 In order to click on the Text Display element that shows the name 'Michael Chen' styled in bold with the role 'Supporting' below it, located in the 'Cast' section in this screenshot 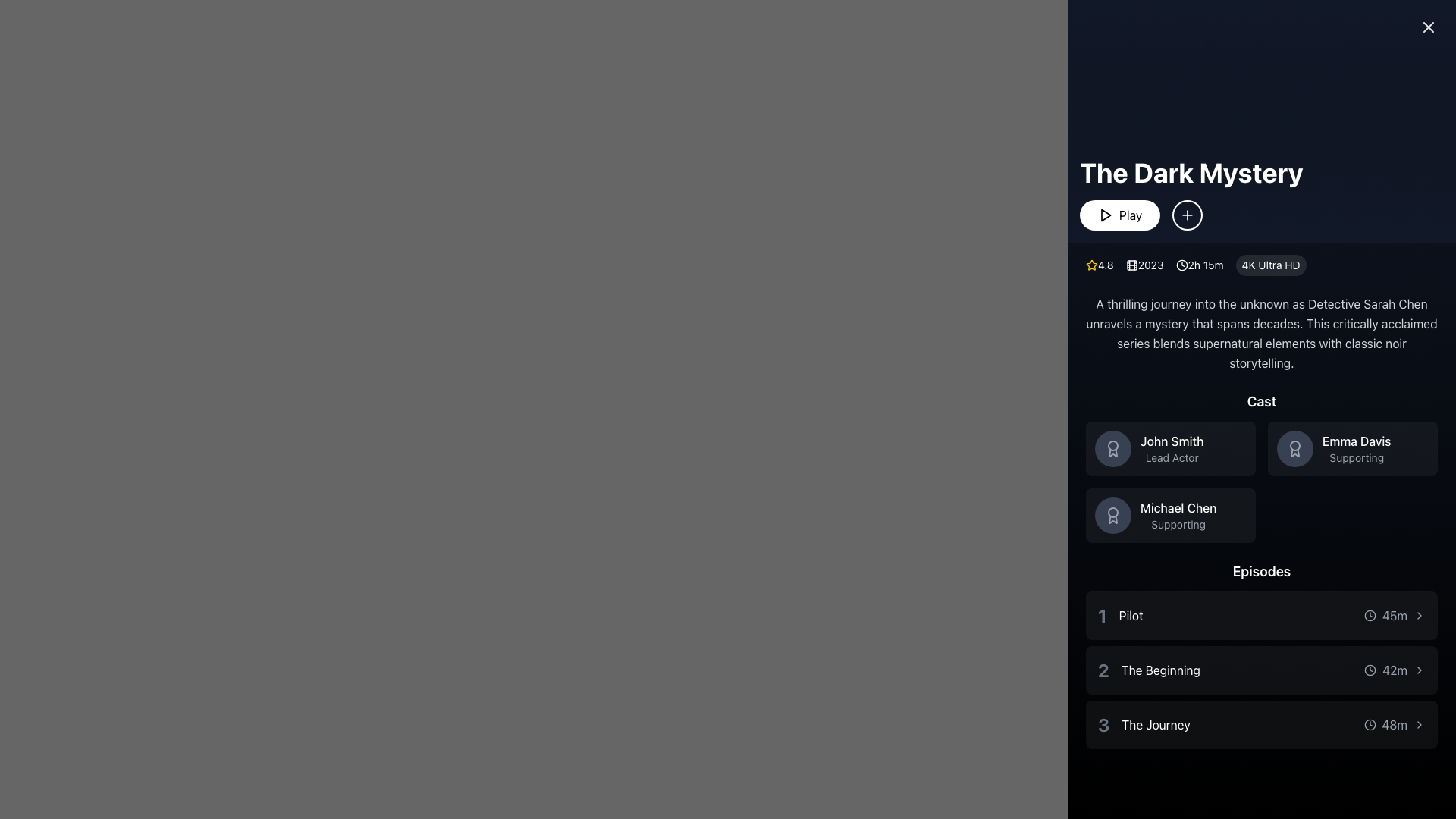, I will do `click(1178, 514)`.